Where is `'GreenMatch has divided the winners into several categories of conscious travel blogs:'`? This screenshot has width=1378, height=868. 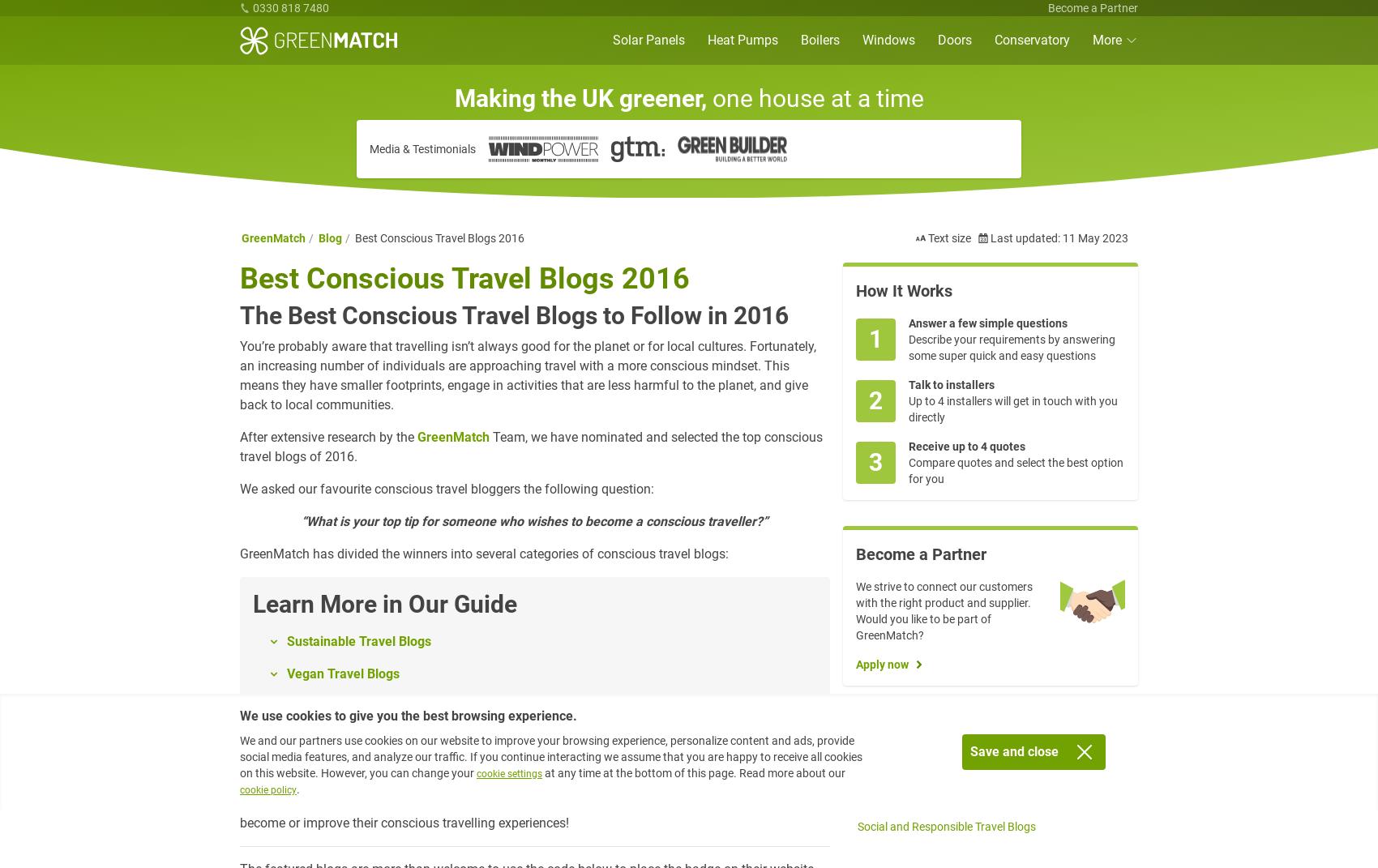
'GreenMatch has divided the winners into several categories of conscious travel blogs:' is located at coordinates (483, 553).